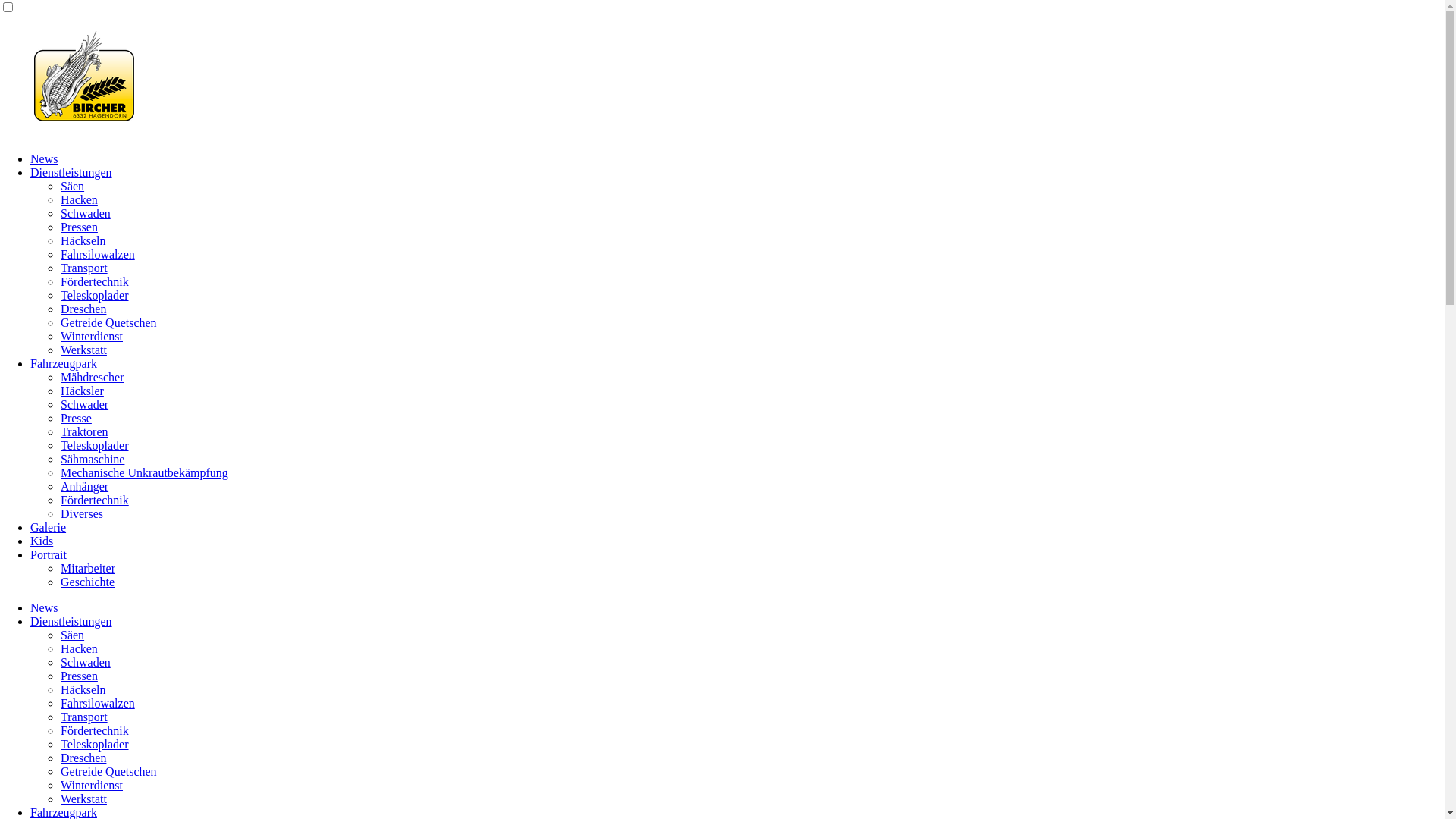 The width and height of the screenshot is (1456, 819). Describe the element at coordinates (80, 513) in the screenshot. I see `'Diverses'` at that location.